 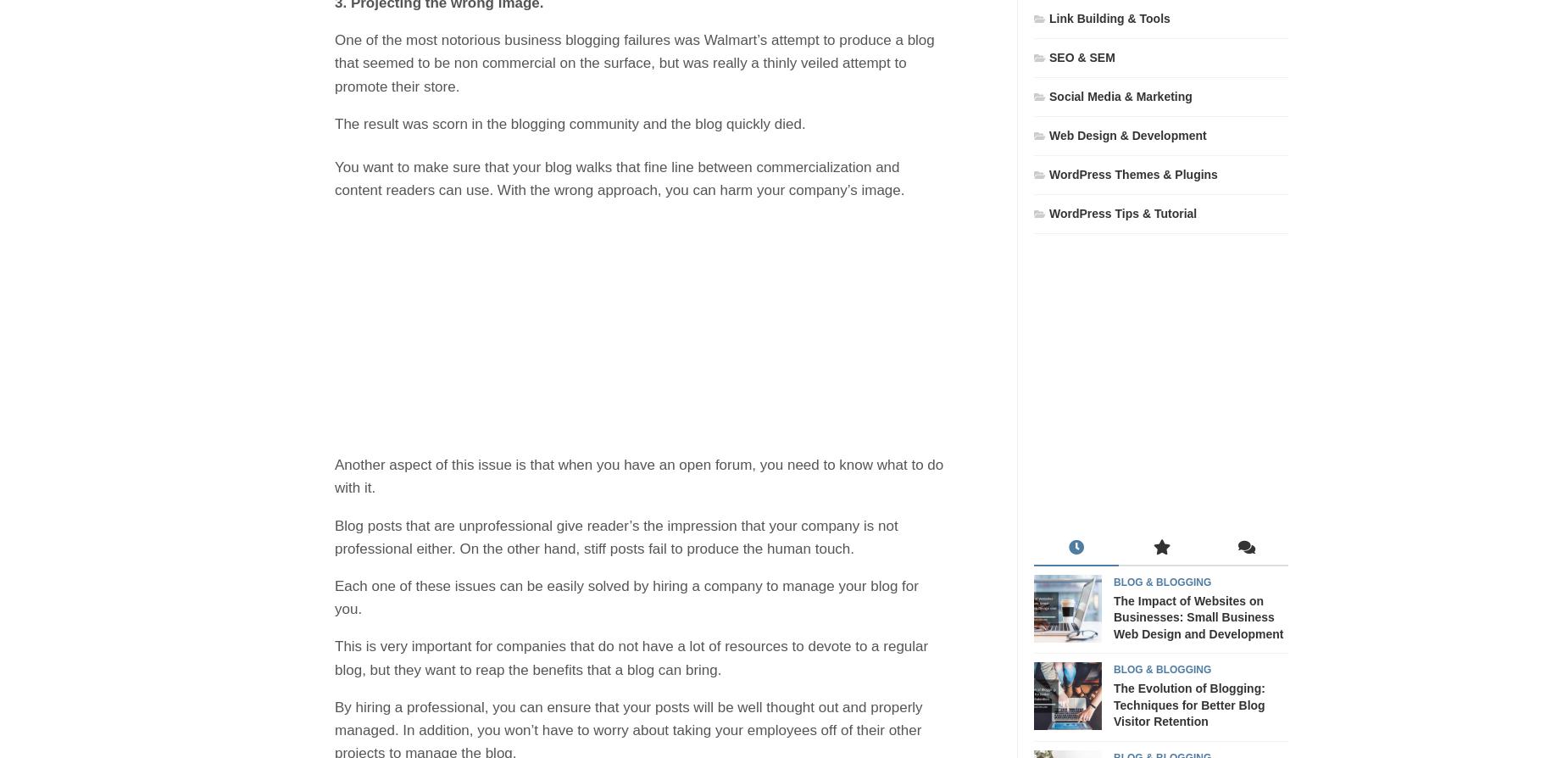 What do you see at coordinates (1189, 703) in the screenshot?
I see `'The Evolution of Blogging: Techniques for Better Blog Visitor Retention'` at bounding box center [1189, 703].